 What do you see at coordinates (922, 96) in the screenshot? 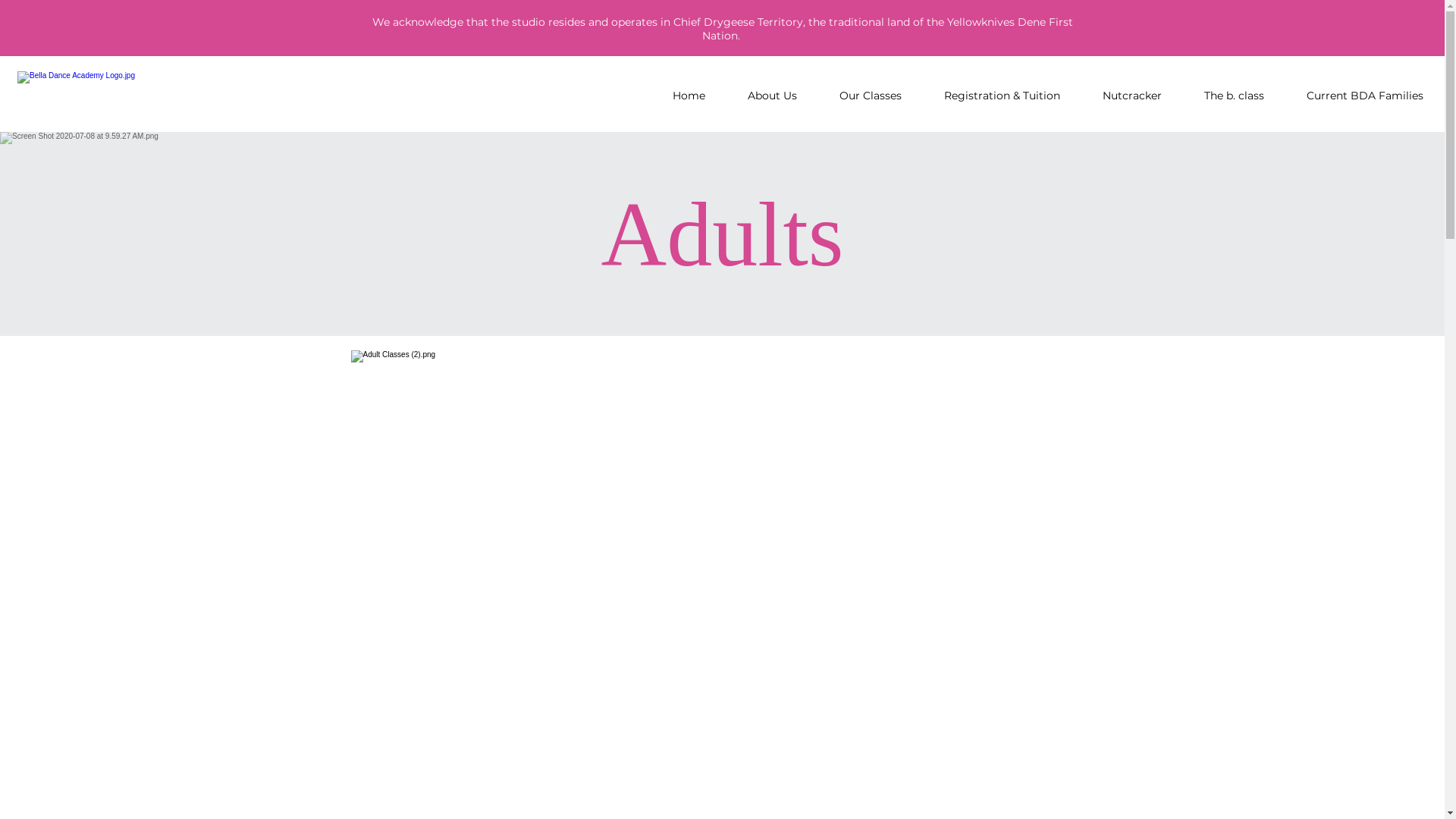
I see `'Registration & Tuition'` at bounding box center [922, 96].